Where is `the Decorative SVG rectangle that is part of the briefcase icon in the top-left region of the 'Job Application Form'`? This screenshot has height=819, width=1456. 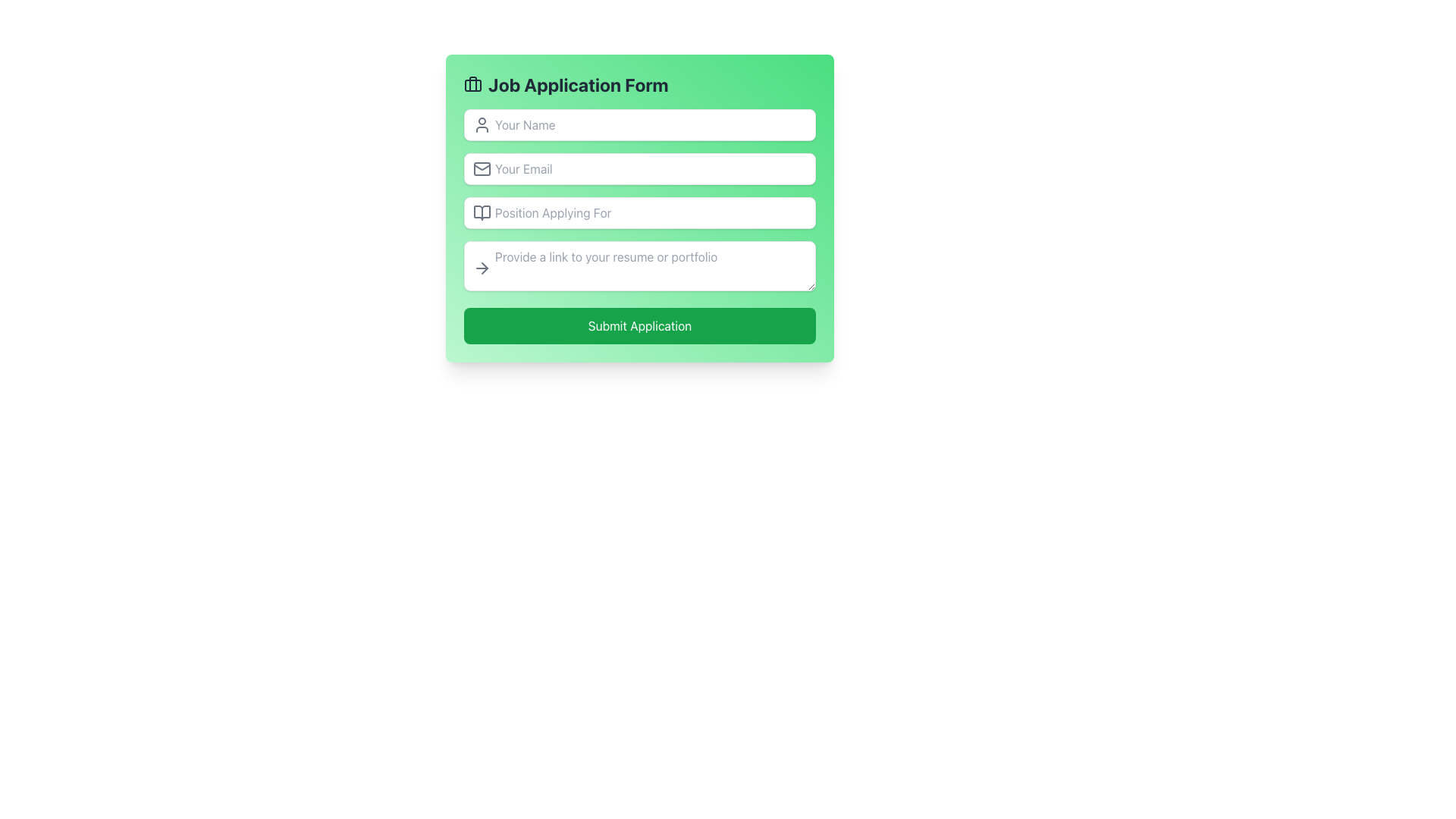
the Decorative SVG rectangle that is part of the briefcase icon in the top-left region of the 'Job Application Form' is located at coordinates (472, 85).